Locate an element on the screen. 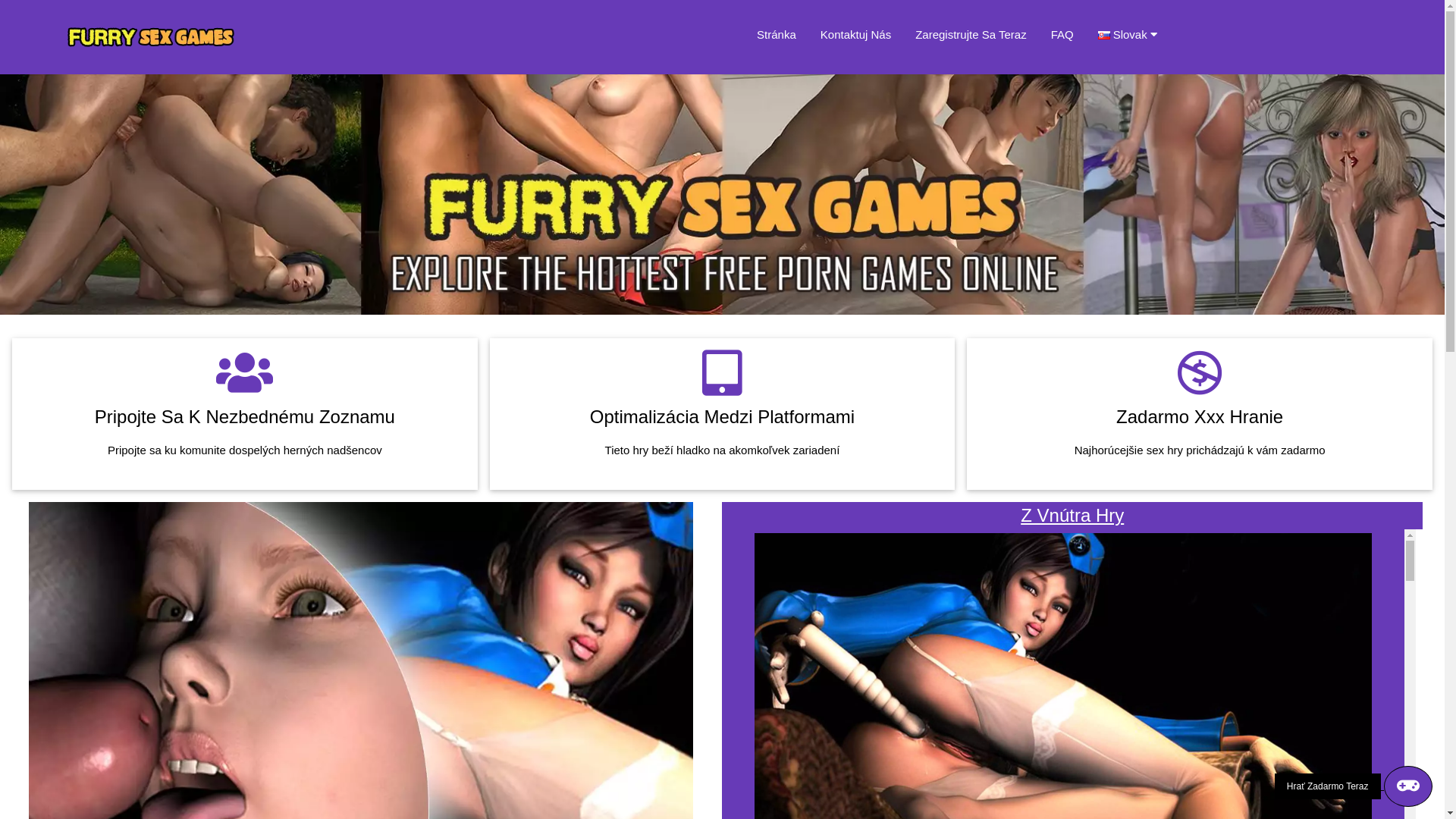 Image resolution: width=1456 pixels, height=819 pixels. 'Slovak' is located at coordinates (1098, 34).